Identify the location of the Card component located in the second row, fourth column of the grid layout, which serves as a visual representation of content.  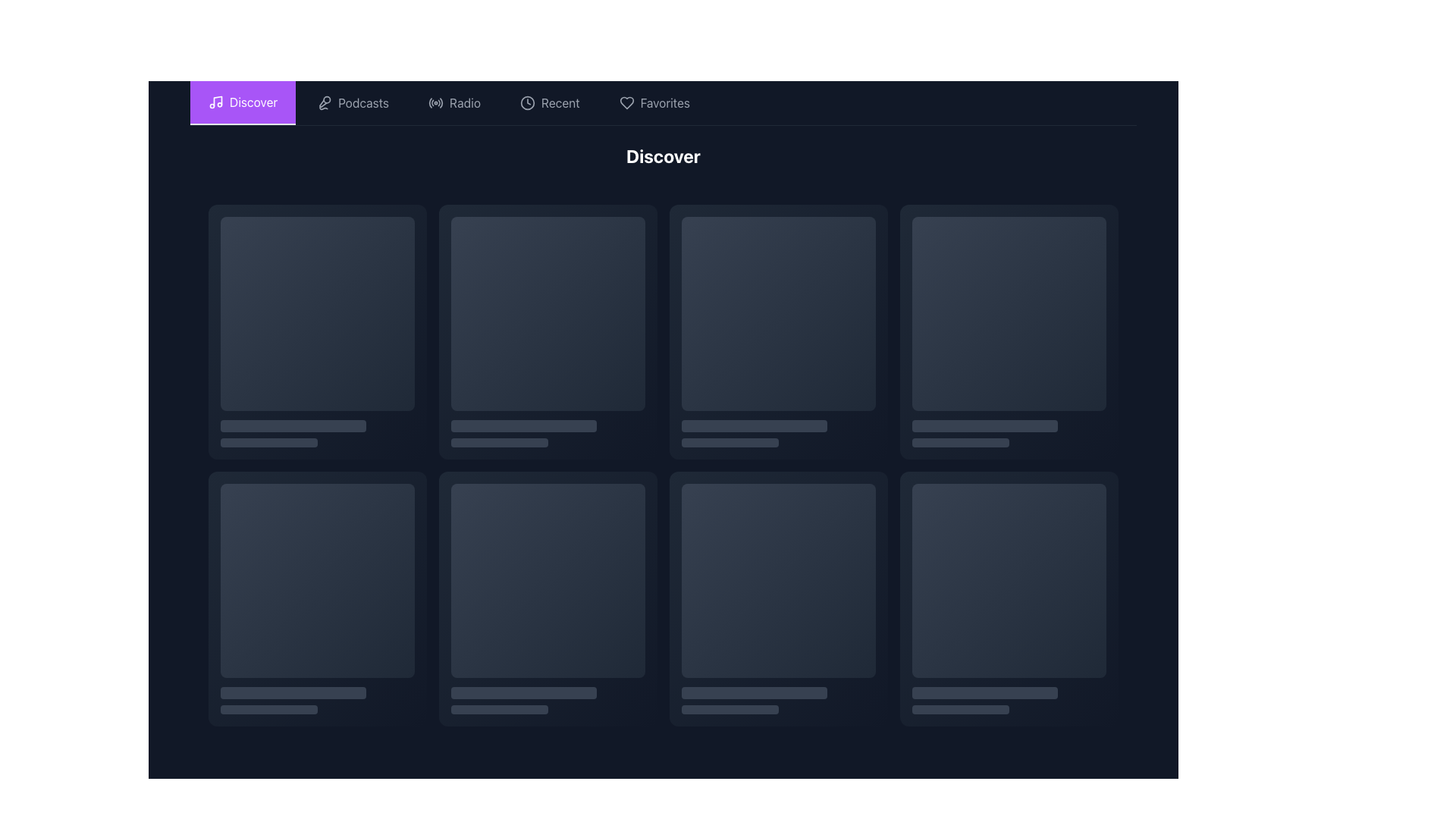
(779, 598).